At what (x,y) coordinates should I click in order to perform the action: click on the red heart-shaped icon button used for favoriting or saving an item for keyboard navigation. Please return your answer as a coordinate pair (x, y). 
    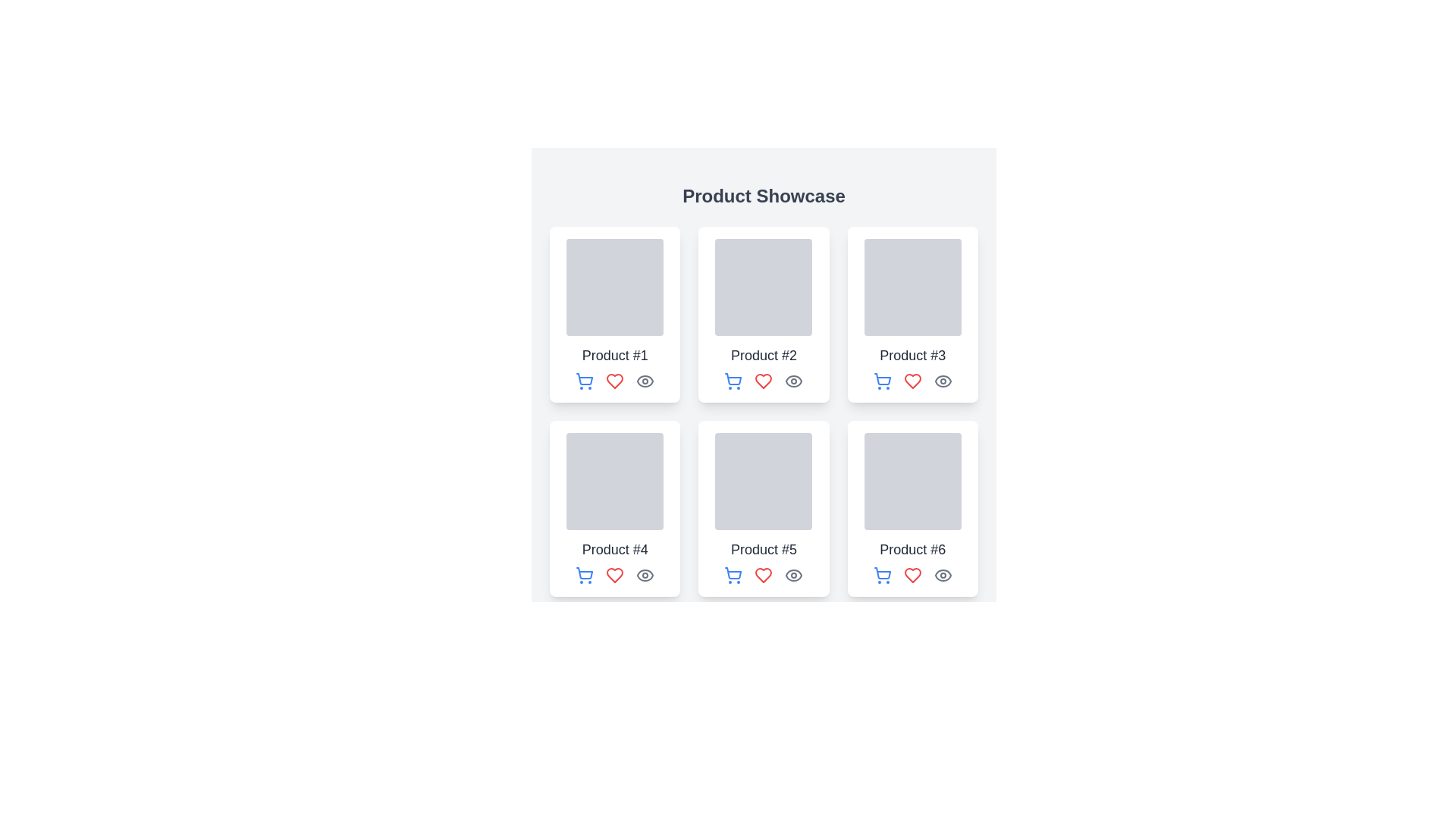
    Looking at the image, I should click on (764, 380).